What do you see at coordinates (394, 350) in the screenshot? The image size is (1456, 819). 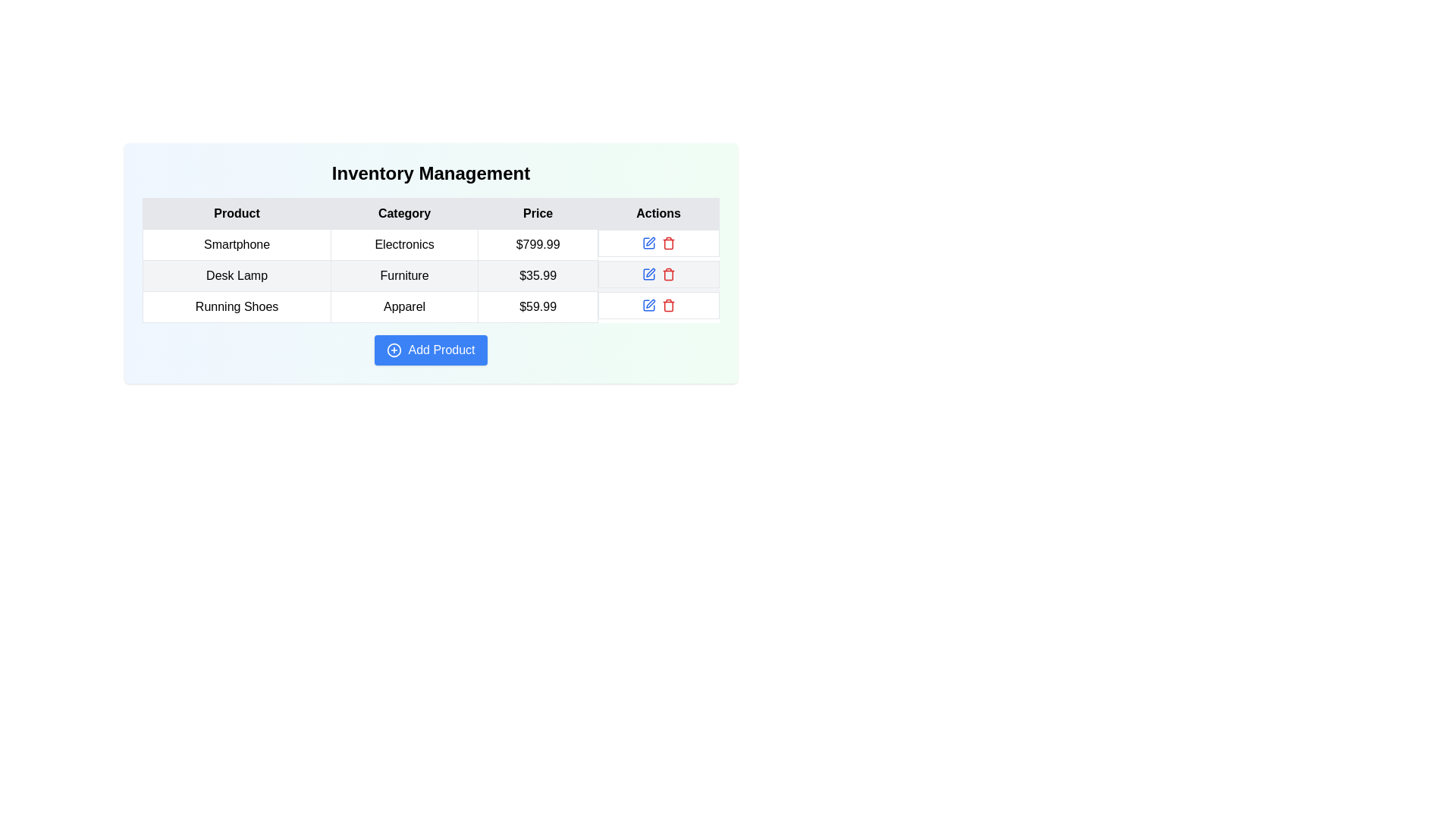 I see `the circular graphic within the SVG icon that is part of a plus sign structure located to the left of the 'Add Product' button` at bounding box center [394, 350].